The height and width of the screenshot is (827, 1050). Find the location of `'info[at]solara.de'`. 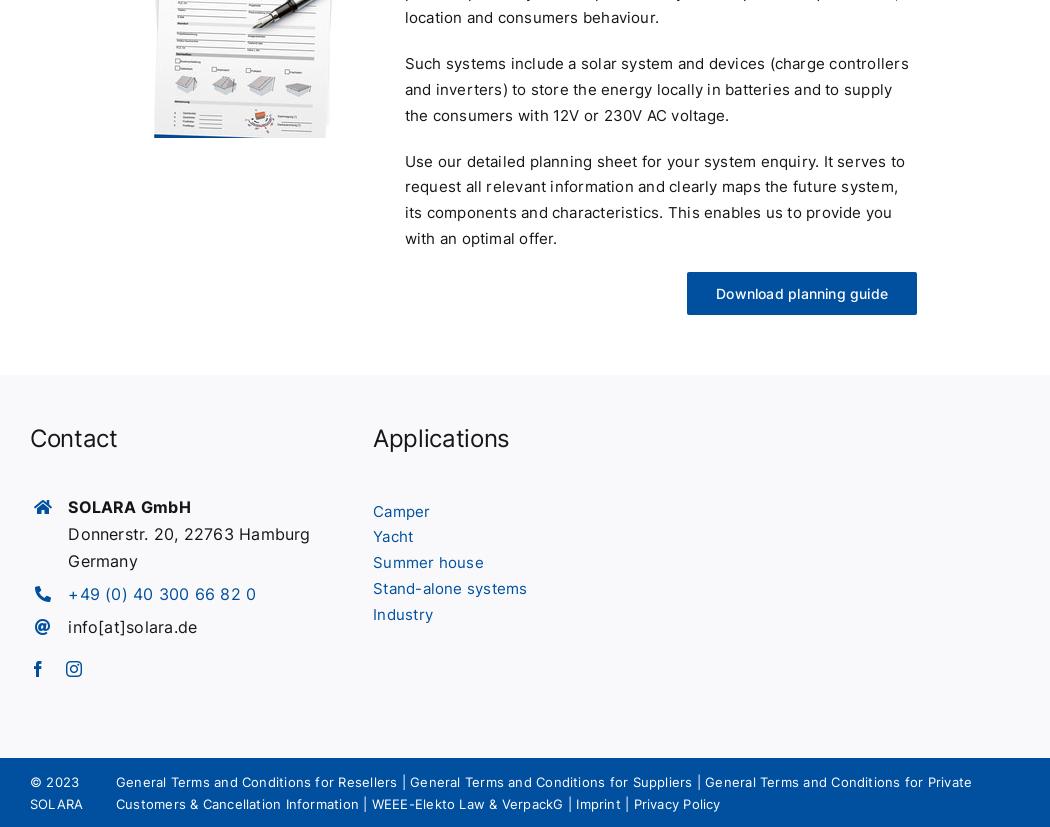

'info[at]solara.de' is located at coordinates (131, 625).